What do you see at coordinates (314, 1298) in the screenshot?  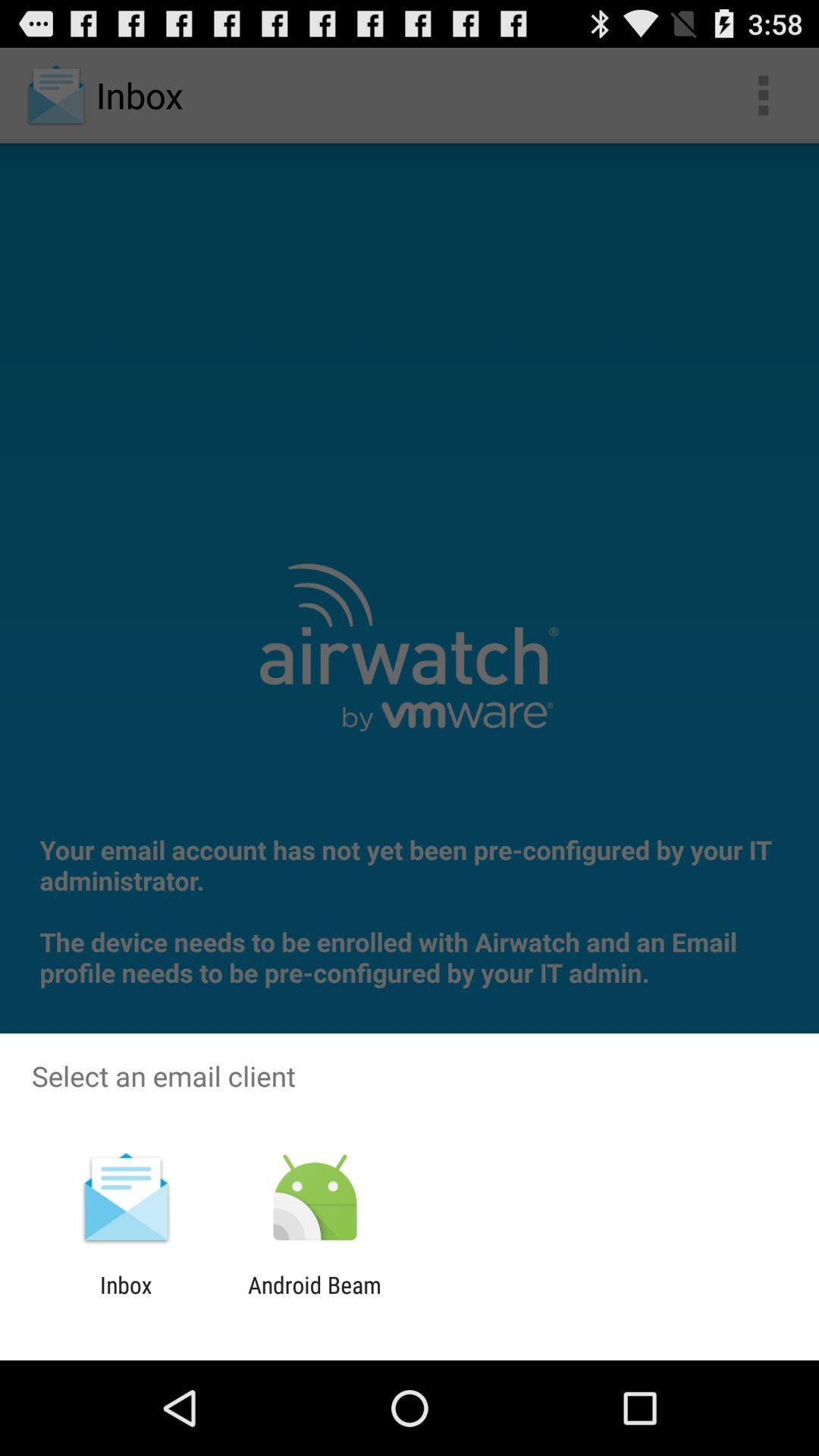 I see `icon next to inbox item` at bounding box center [314, 1298].